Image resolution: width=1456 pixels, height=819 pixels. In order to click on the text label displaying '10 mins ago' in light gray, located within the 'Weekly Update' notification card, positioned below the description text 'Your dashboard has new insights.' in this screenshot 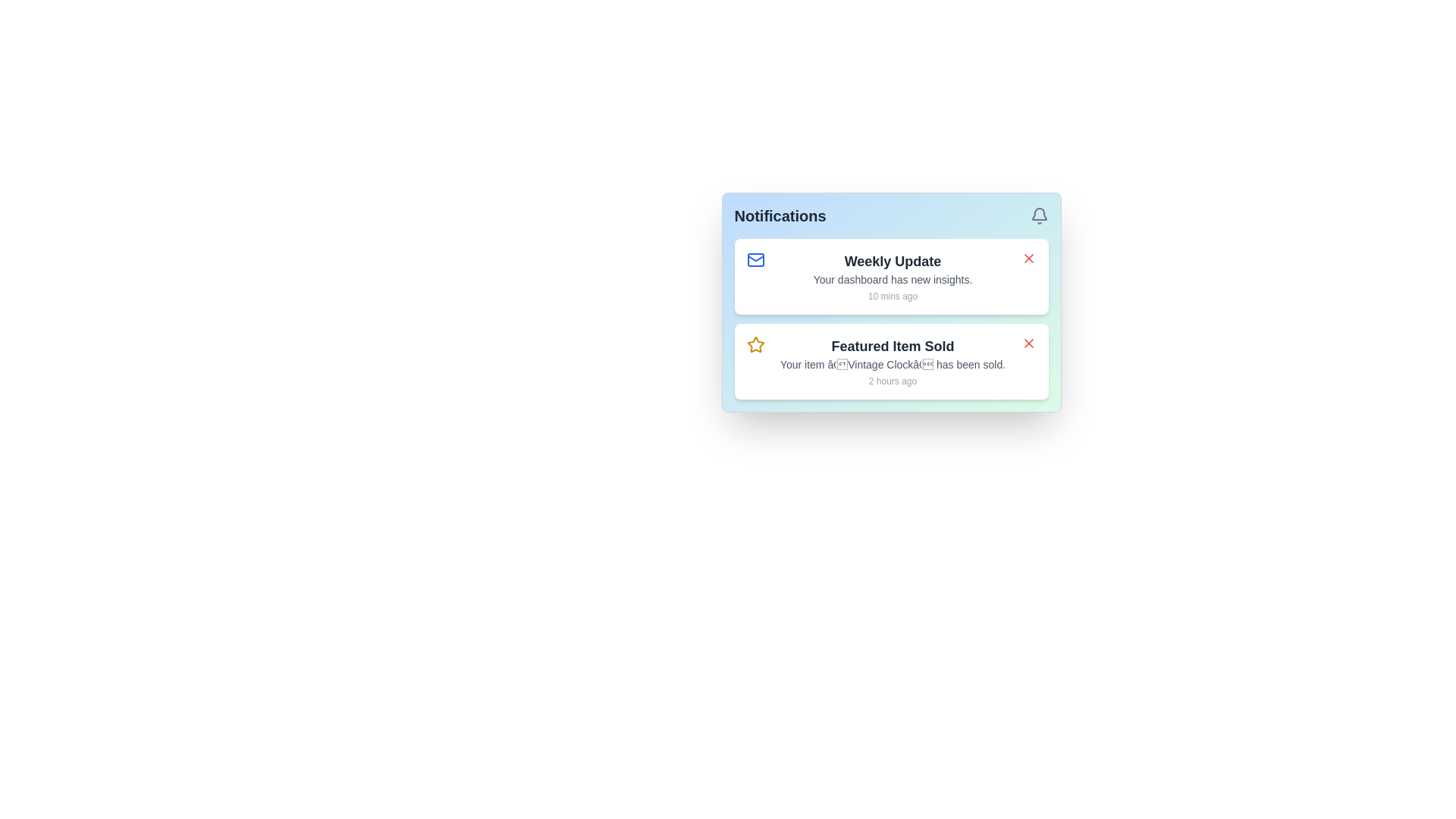, I will do `click(893, 296)`.